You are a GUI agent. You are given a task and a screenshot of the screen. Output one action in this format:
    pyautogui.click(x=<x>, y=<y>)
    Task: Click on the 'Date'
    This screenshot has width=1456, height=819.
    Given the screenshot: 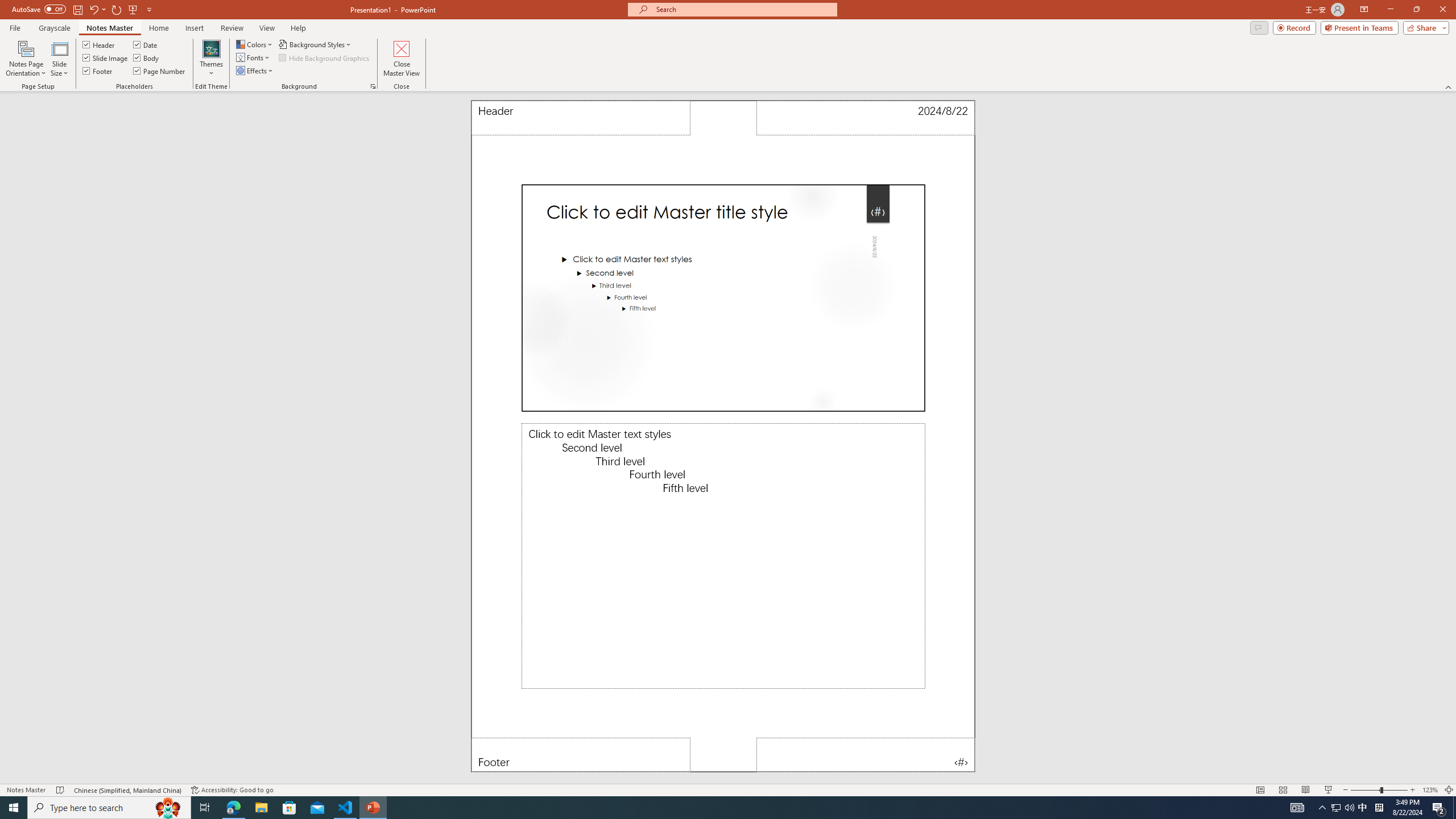 What is the action you would take?
    pyautogui.click(x=146, y=44)
    